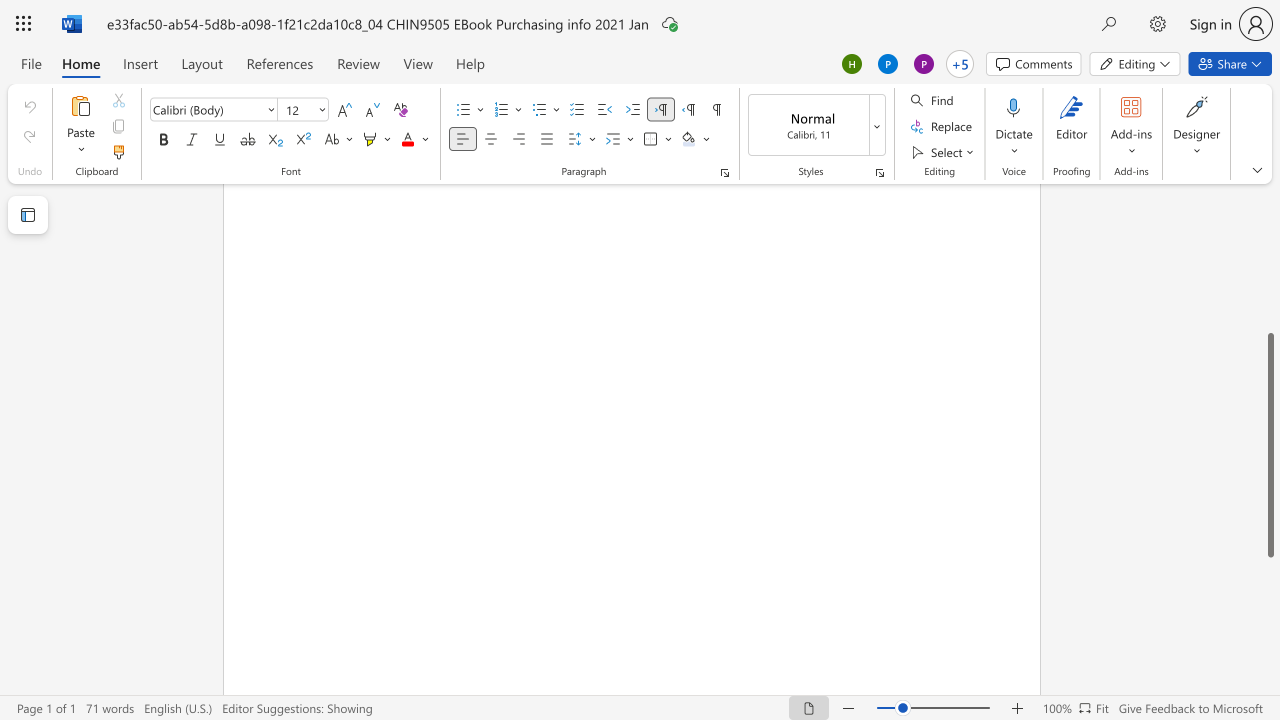  What do you see at coordinates (1269, 444) in the screenshot?
I see `the scrollbar and move up 130 pixels` at bounding box center [1269, 444].